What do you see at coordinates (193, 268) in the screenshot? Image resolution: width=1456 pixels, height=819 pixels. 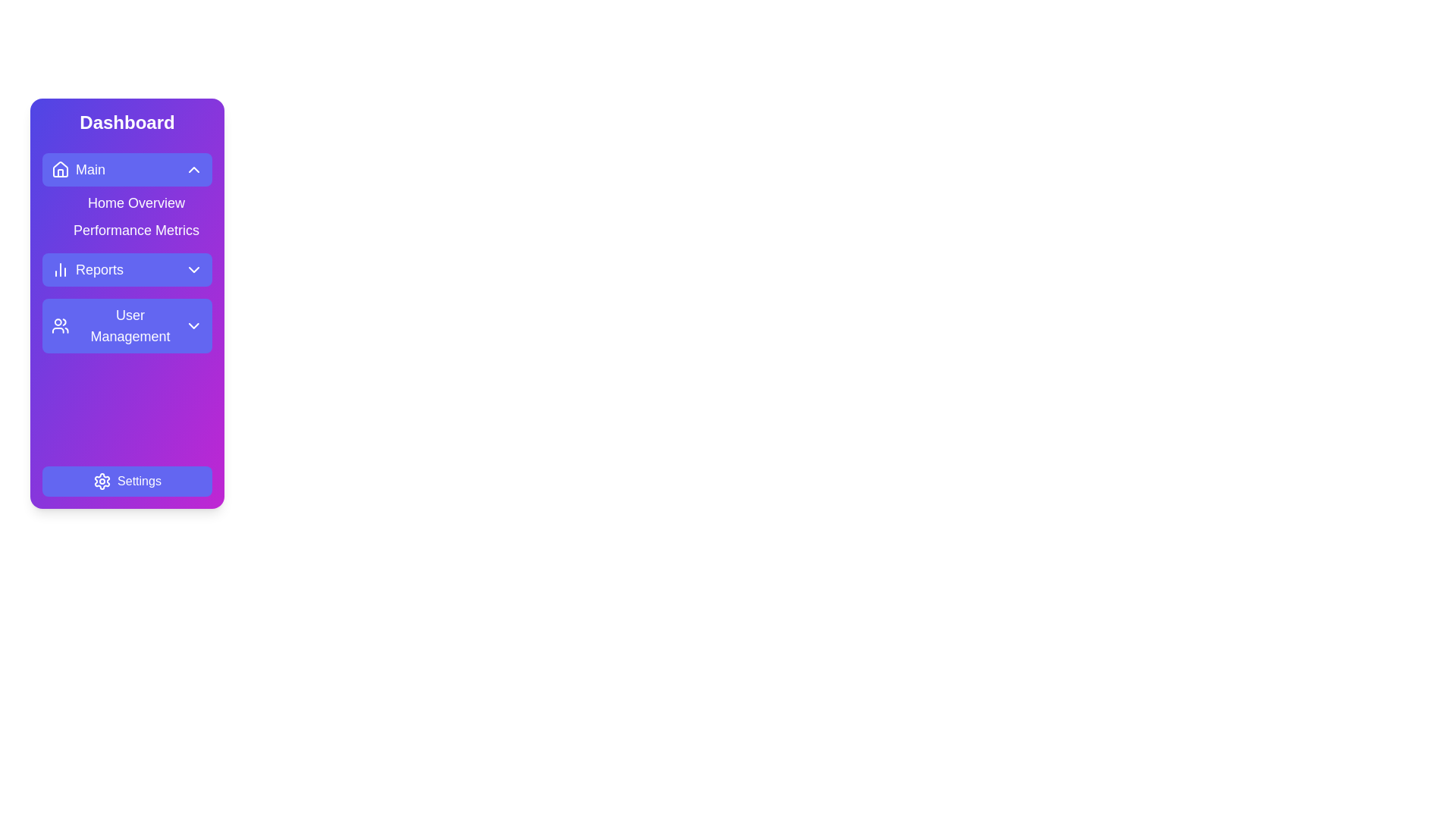 I see `the chevron icon located at the center-right of the 'Reports' button in the vertical navigation bar` at bounding box center [193, 268].